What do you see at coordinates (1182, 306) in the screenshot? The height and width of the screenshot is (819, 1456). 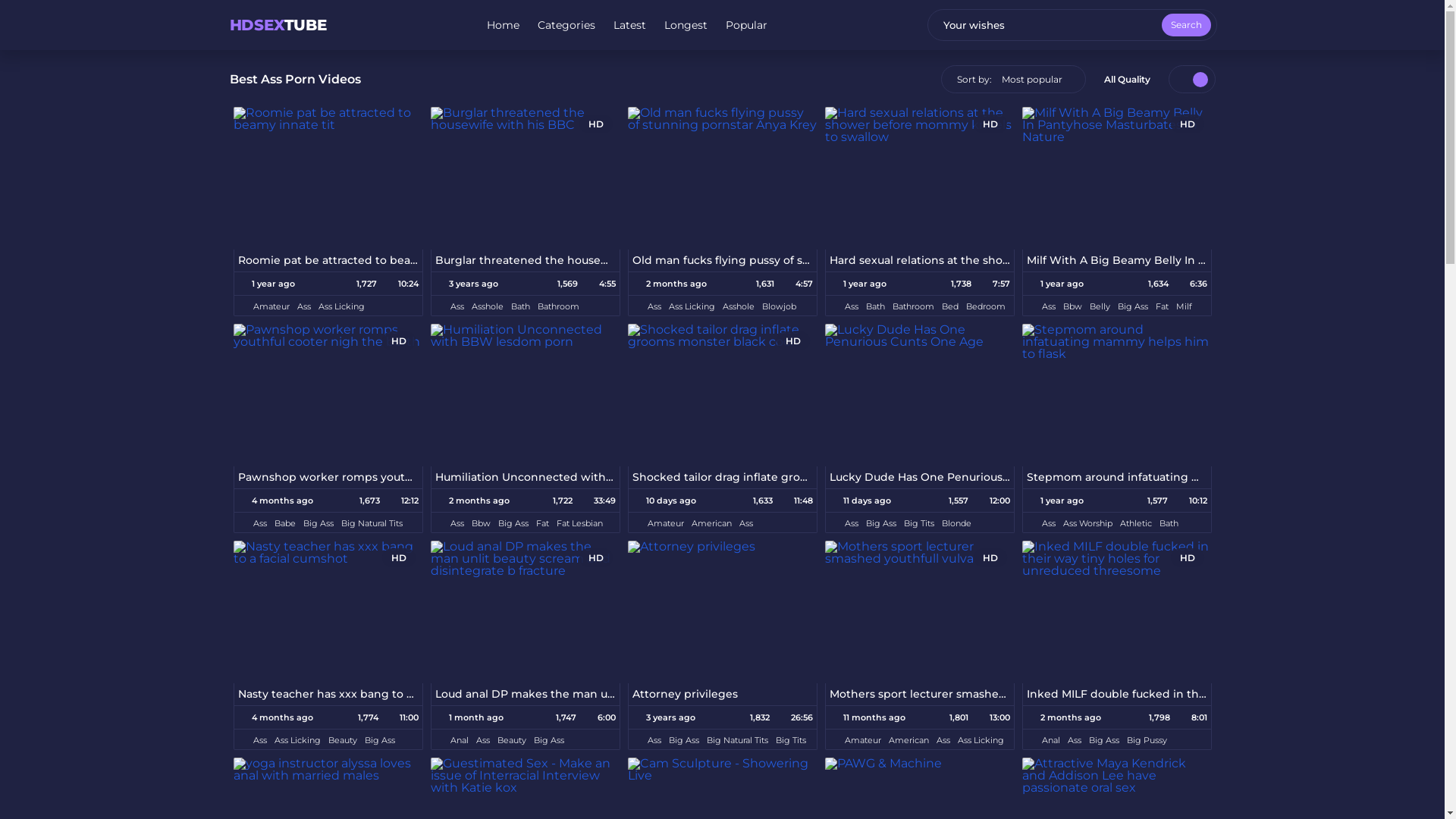 I see `'Milf'` at bounding box center [1182, 306].